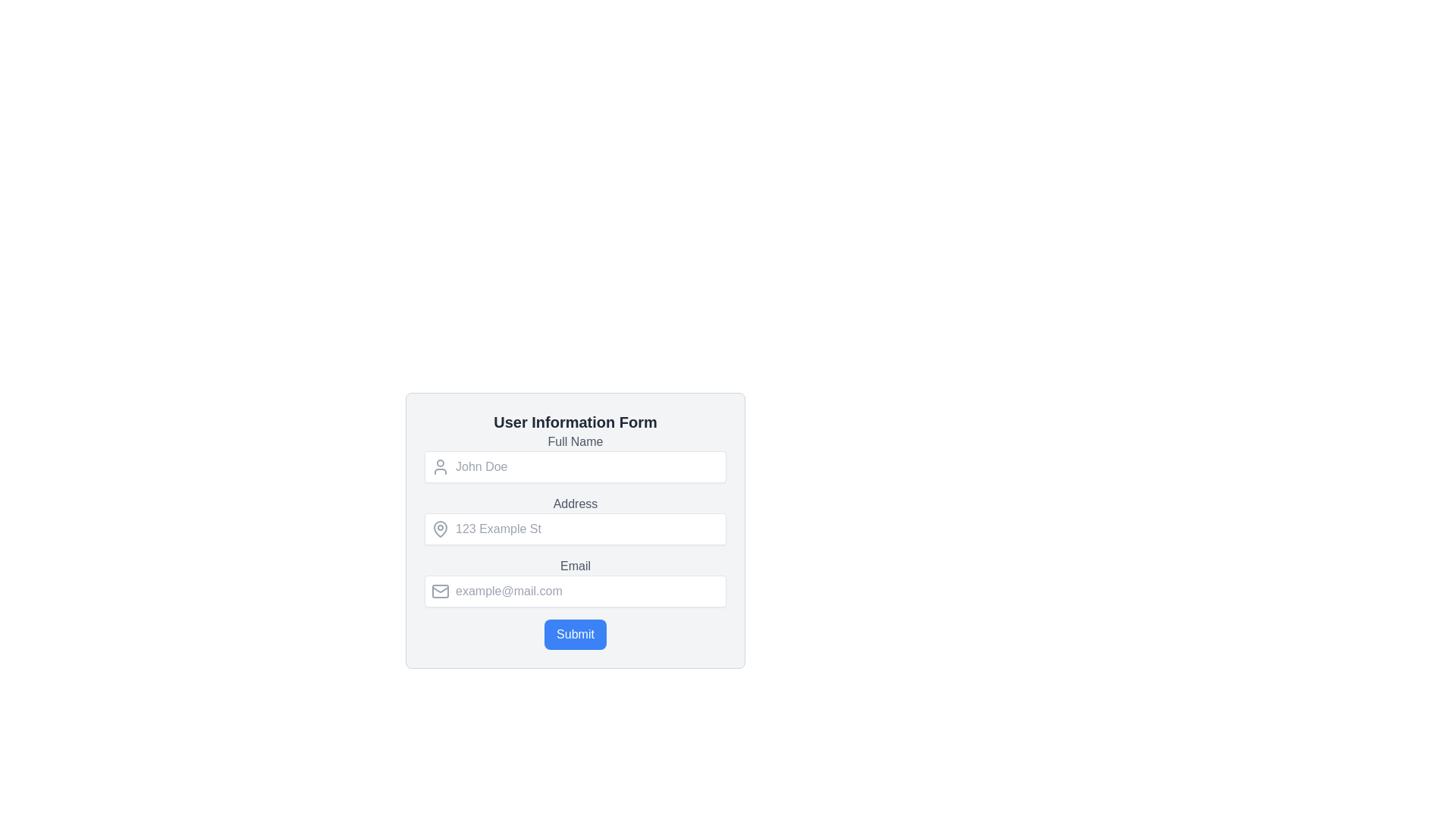  Describe the element at coordinates (574, 590) in the screenshot. I see `the email input field` at that location.